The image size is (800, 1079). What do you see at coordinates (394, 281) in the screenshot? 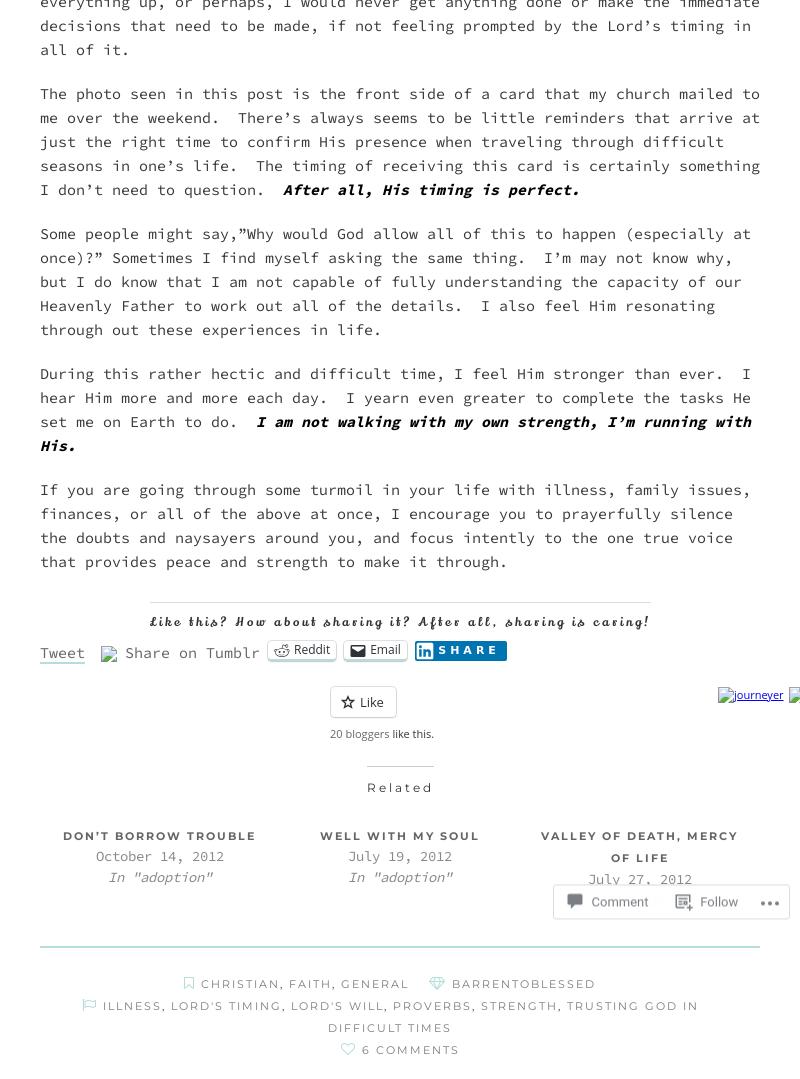
I see `'Some people might say,”Why would God allow all of this to happen (especially at once)?” Sometimes I find myself asking the same thing.  I’m may not know why, but I do know that I am not capable of fully understanding the capacity of our Heavenly Father to work out all of the details.  I also feel Him resonating through out these experiences in life.'` at bounding box center [394, 281].